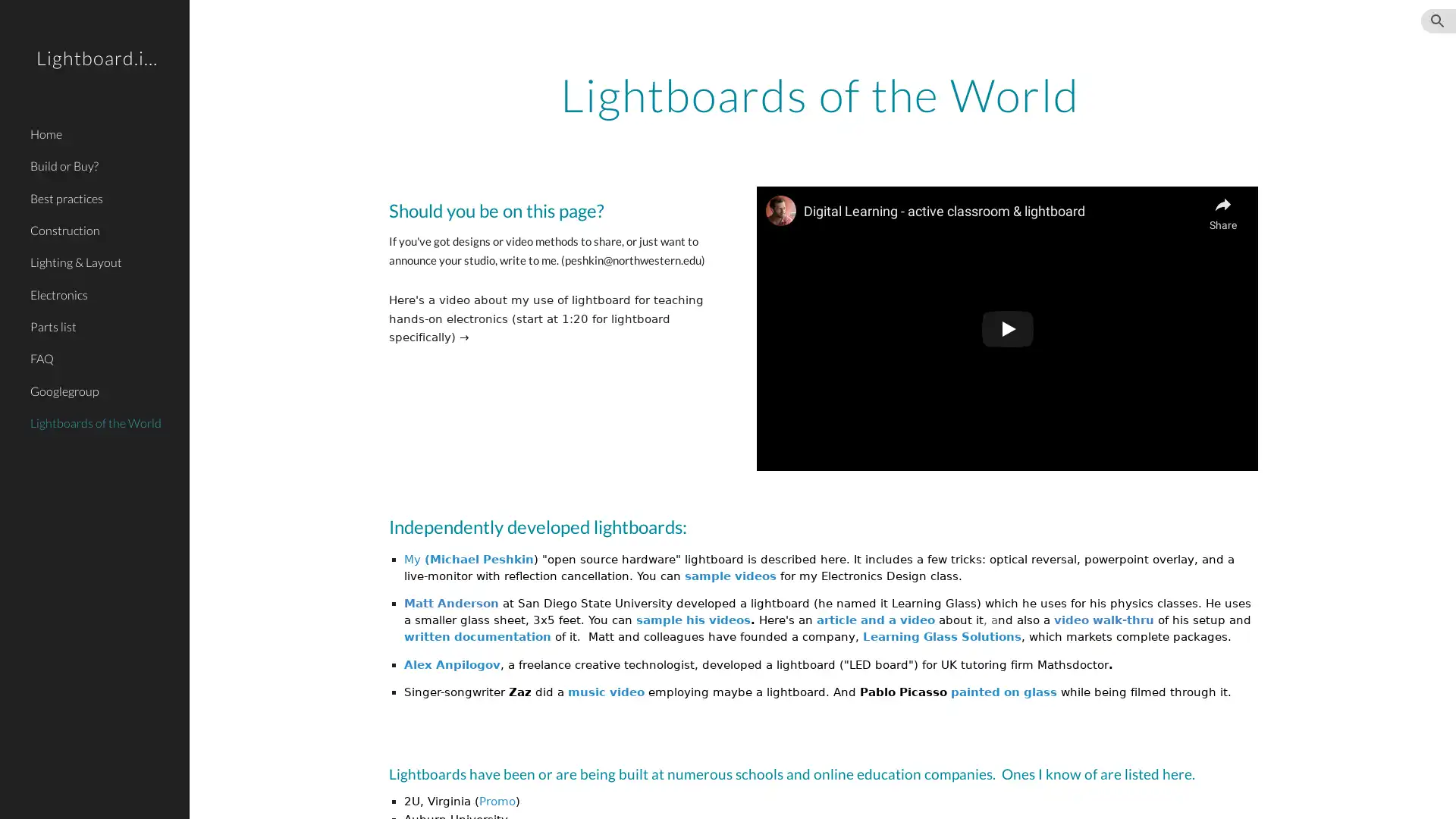 The height and width of the screenshot is (819, 1456). Describe the element at coordinates (864, 28) in the screenshot. I see `Skip to navigation` at that location.